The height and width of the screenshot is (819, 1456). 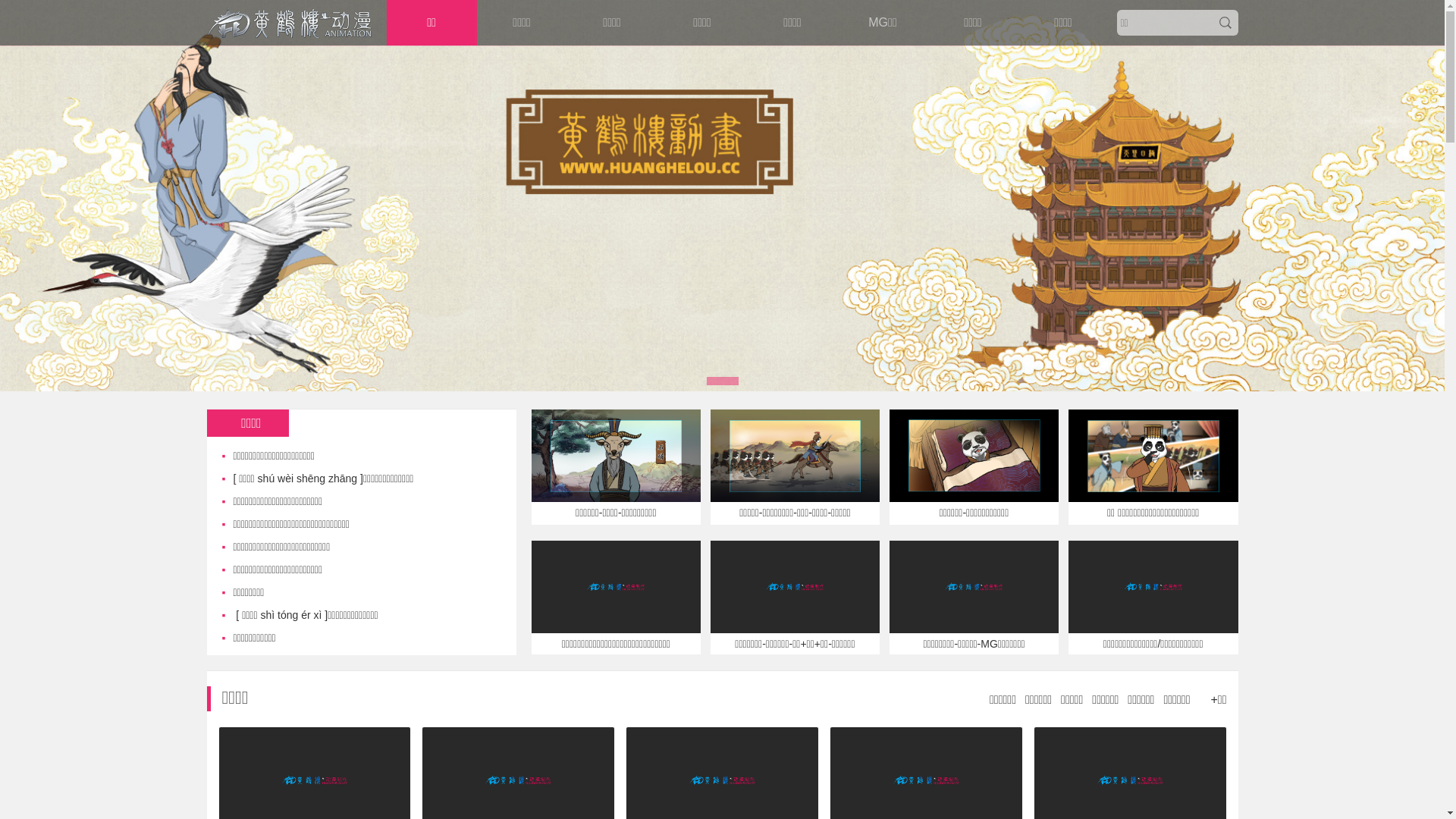 What do you see at coordinates (1224, 23) in the screenshot?
I see `'so'` at bounding box center [1224, 23].